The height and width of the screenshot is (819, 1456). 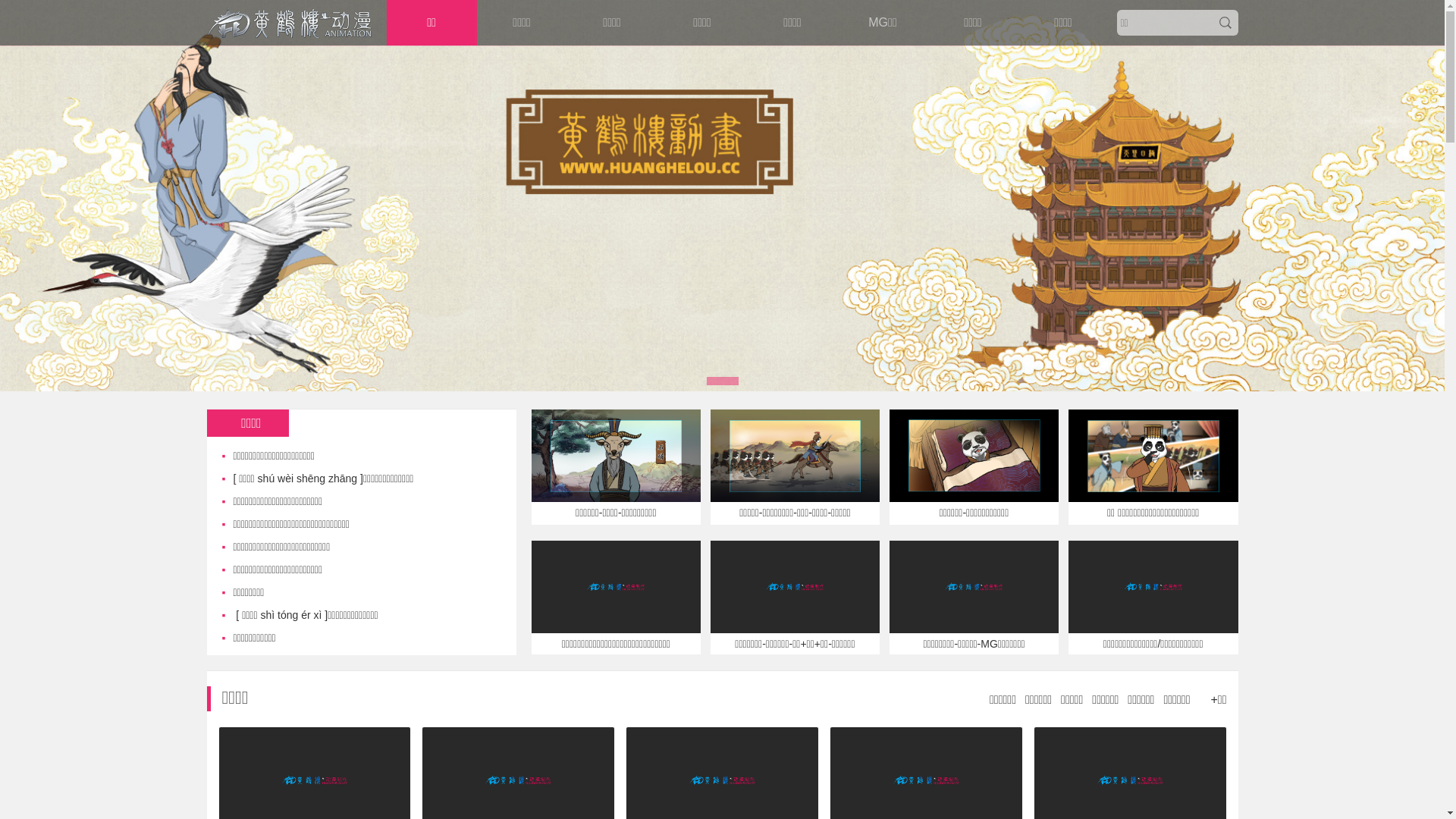 What do you see at coordinates (1224, 23) in the screenshot?
I see `'so'` at bounding box center [1224, 23].